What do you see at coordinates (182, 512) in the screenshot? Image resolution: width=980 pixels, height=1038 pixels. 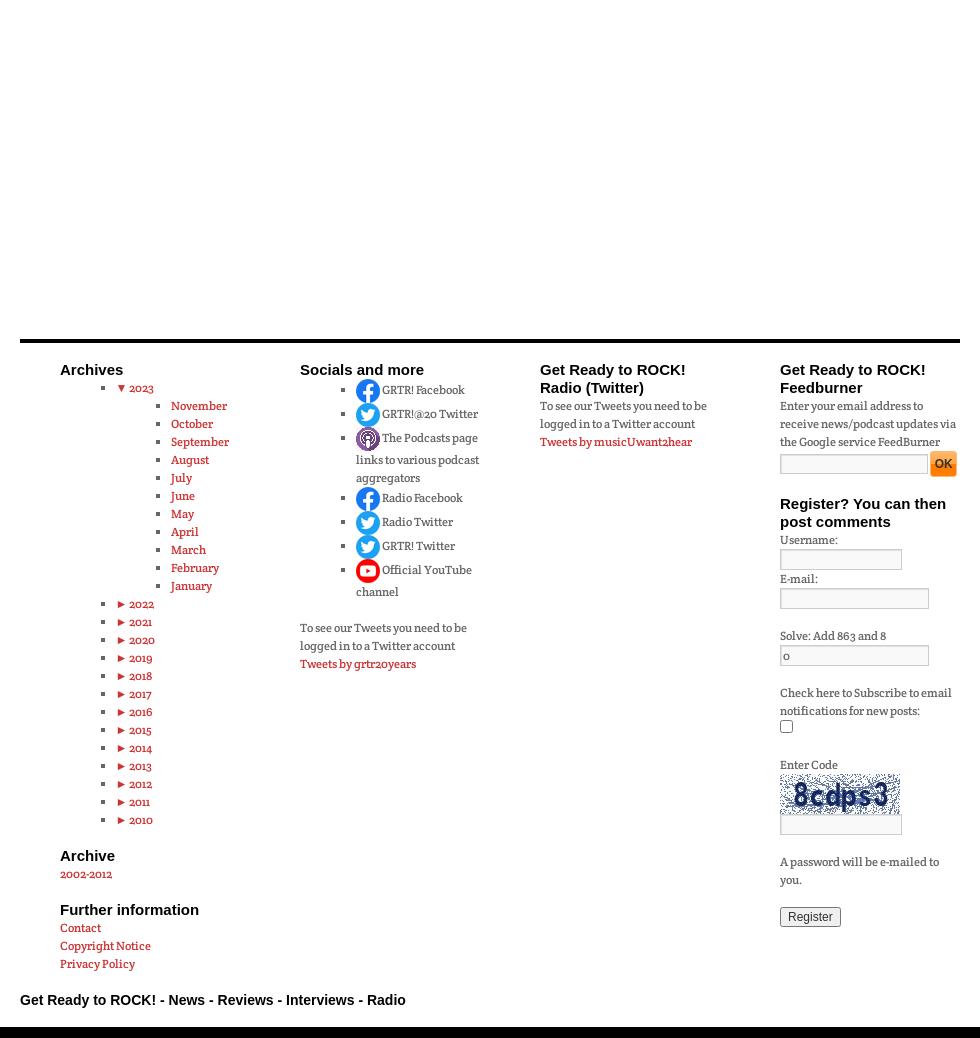 I see `'May'` at bounding box center [182, 512].